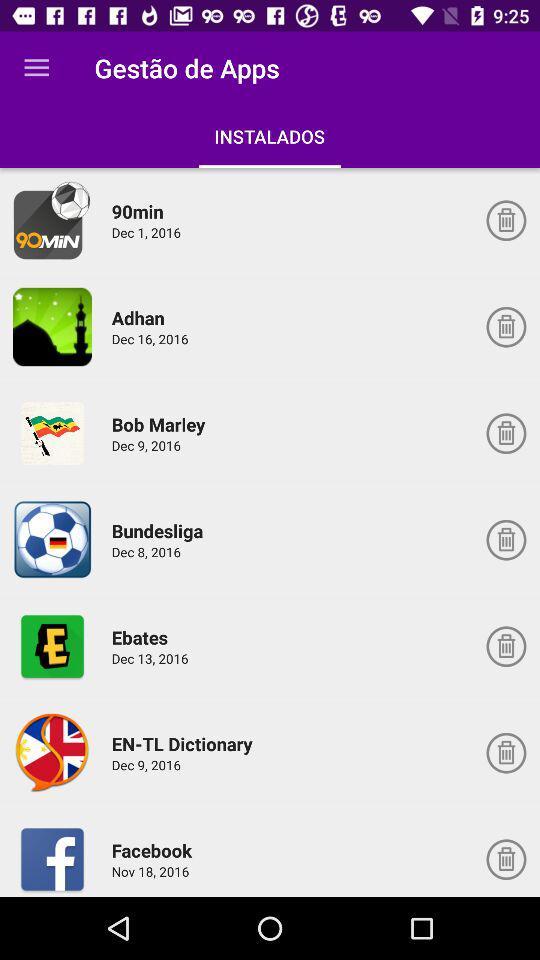  What do you see at coordinates (52, 645) in the screenshot?
I see `app icon` at bounding box center [52, 645].